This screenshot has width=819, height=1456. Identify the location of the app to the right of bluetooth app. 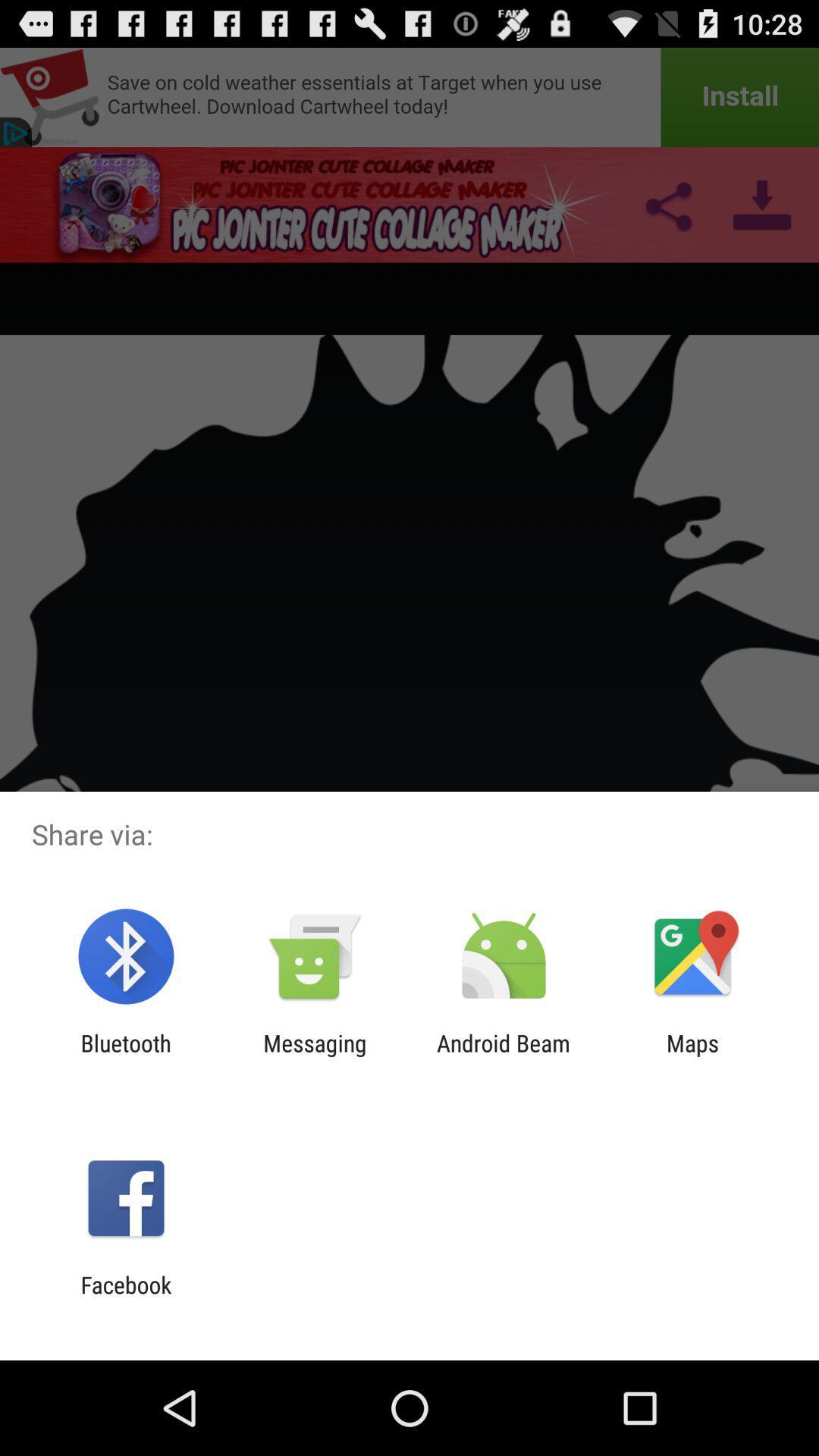
(314, 1056).